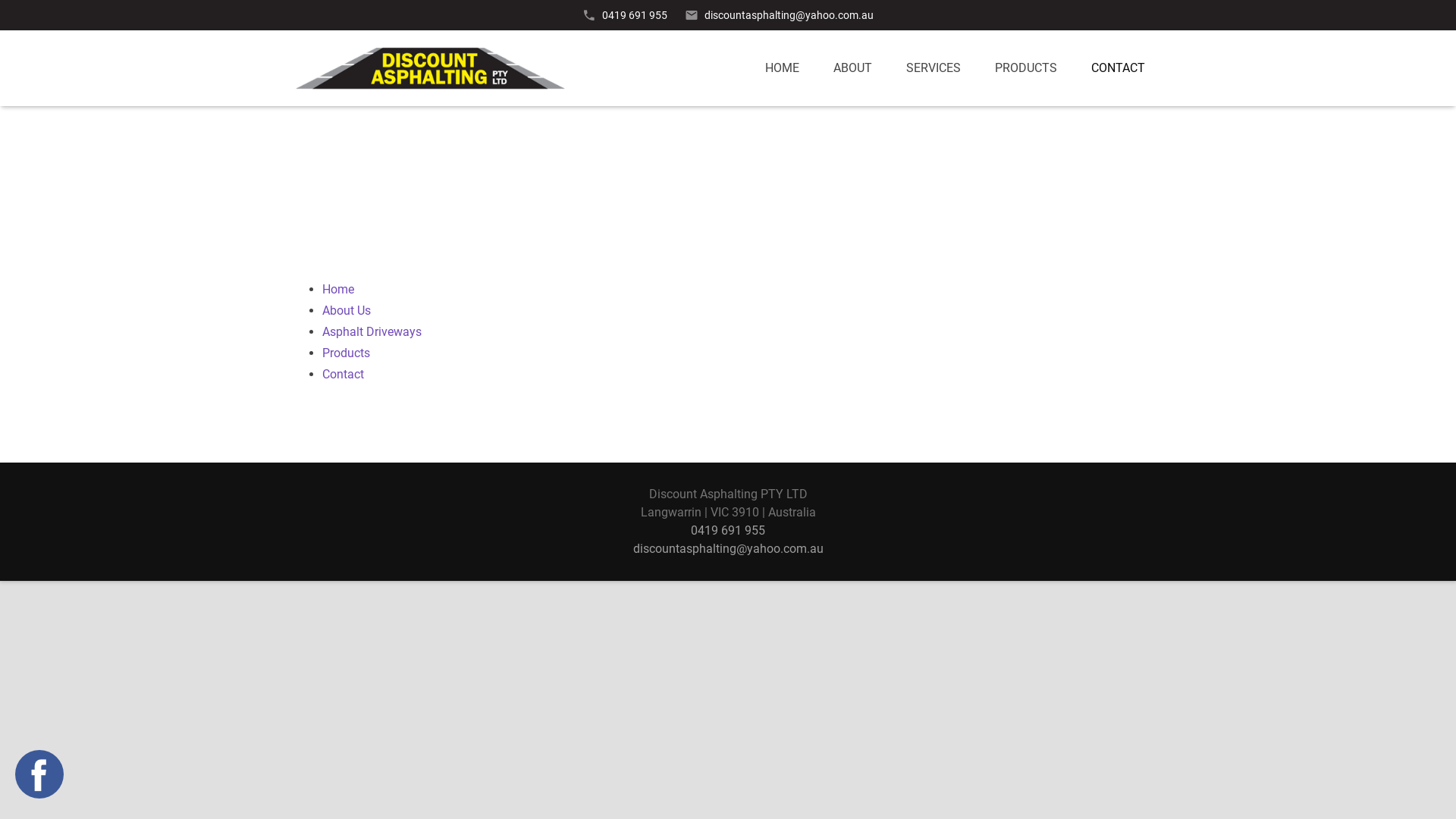  What do you see at coordinates (322, 331) in the screenshot?
I see `'Asphalt Driveways'` at bounding box center [322, 331].